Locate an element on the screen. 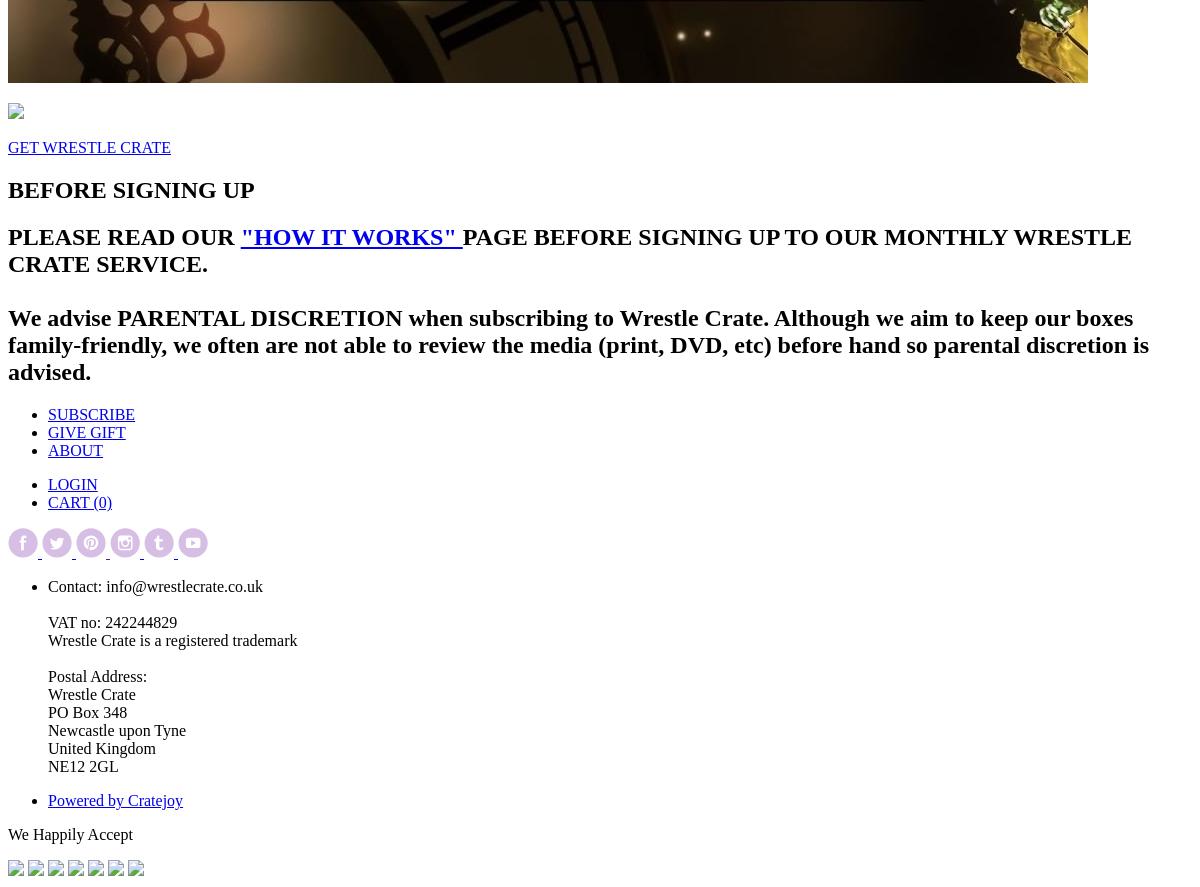  'PAGE BEFORE SIGNING UP TO OUR MONTHLY WRESTLE CRATE SERVICE.' is located at coordinates (569, 249).